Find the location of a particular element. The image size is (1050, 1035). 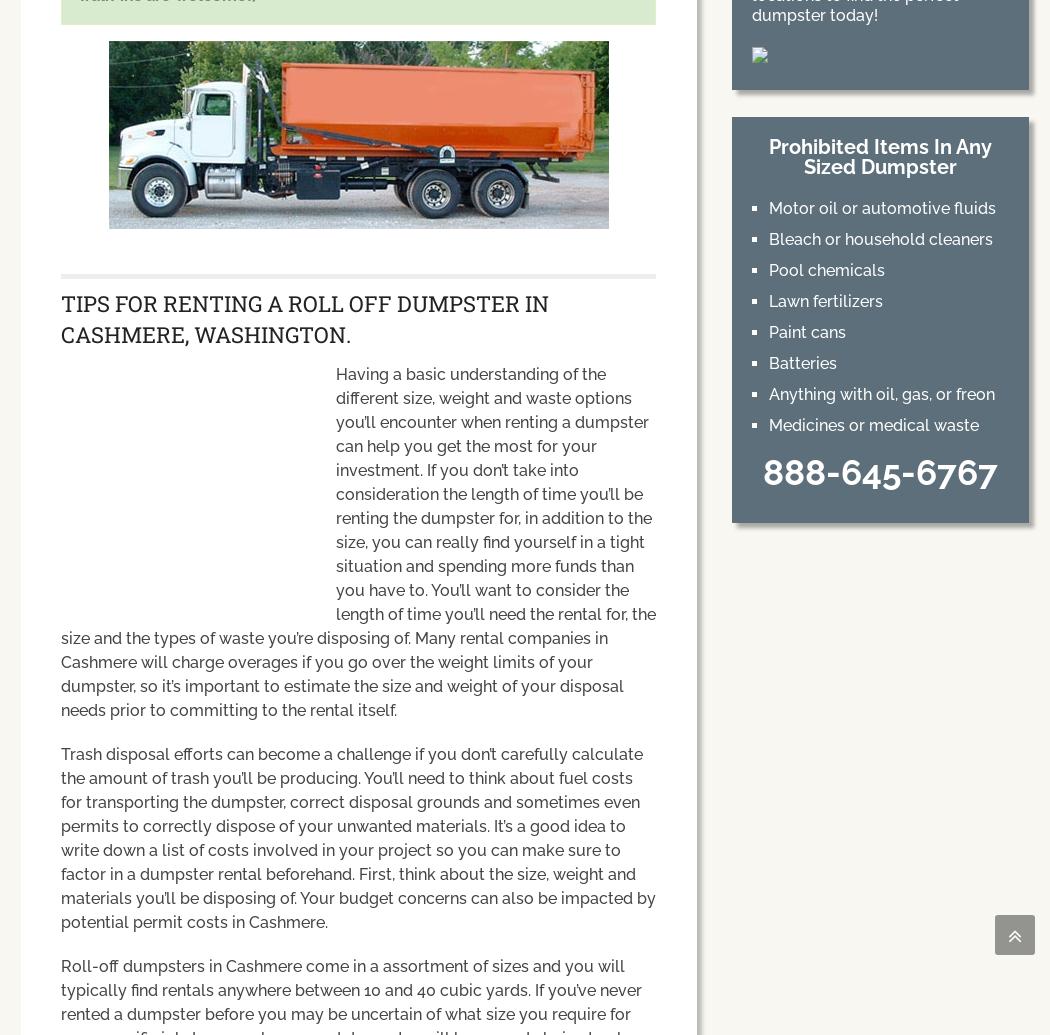

'Motor oil or automotive fluids' is located at coordinates (880, 208).